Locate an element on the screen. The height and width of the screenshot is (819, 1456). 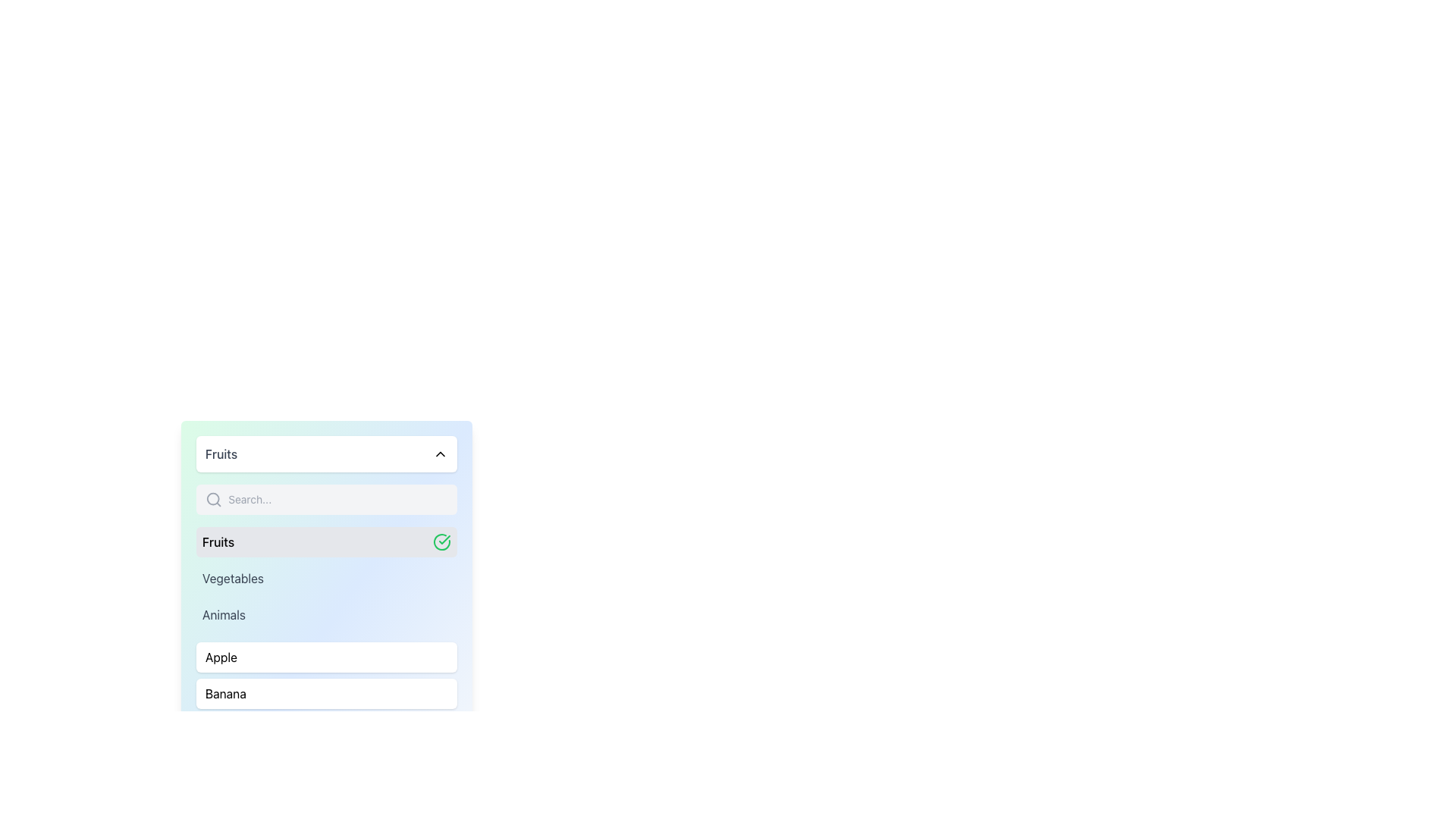
the 'Fruits' text label displayed in gray color with medium font weight, located in the upper portion of the dropdown menu interface is located at coordinates (221, 453).